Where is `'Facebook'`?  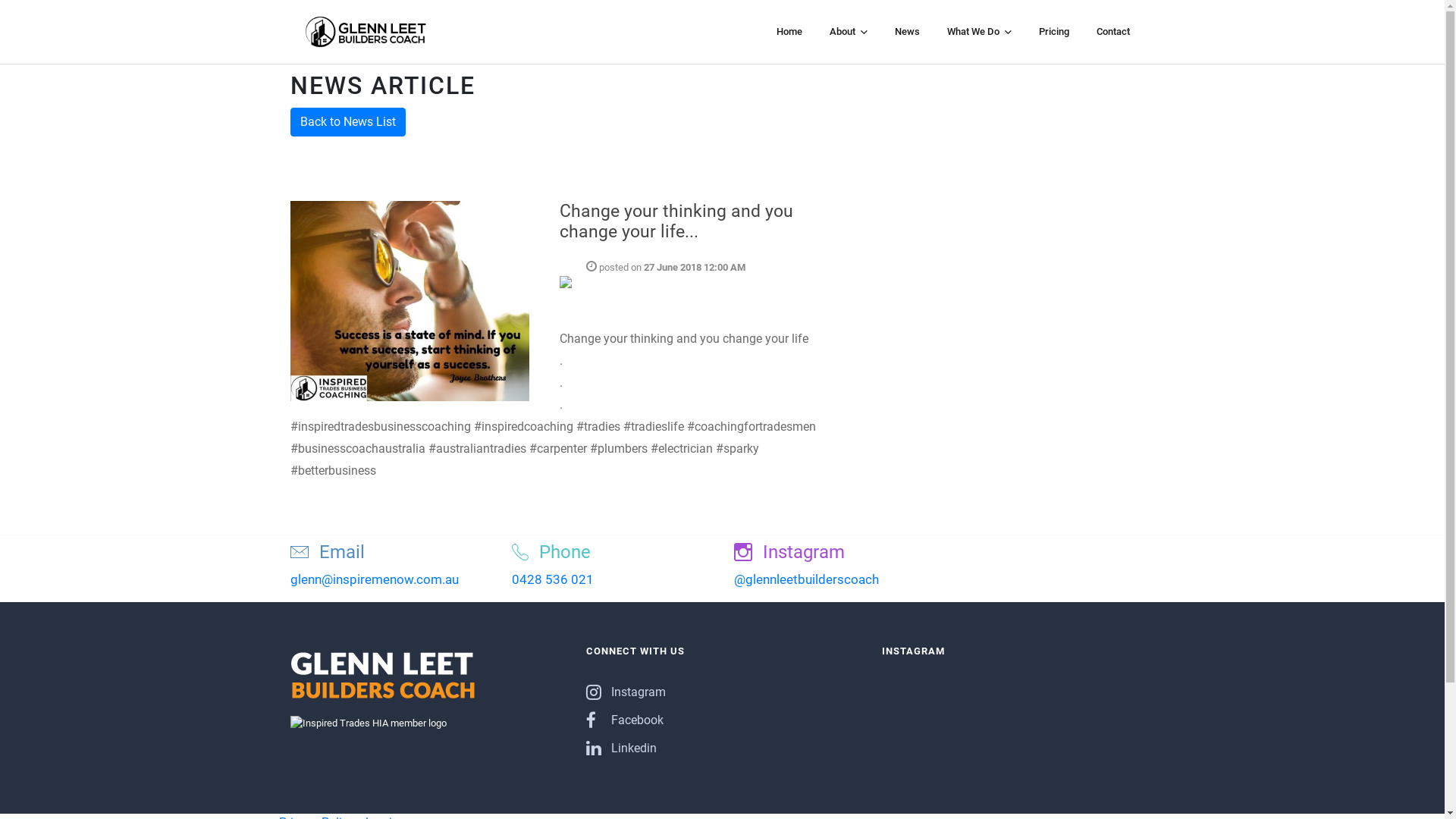 'Facebook' is located at coordinates (623, 718).